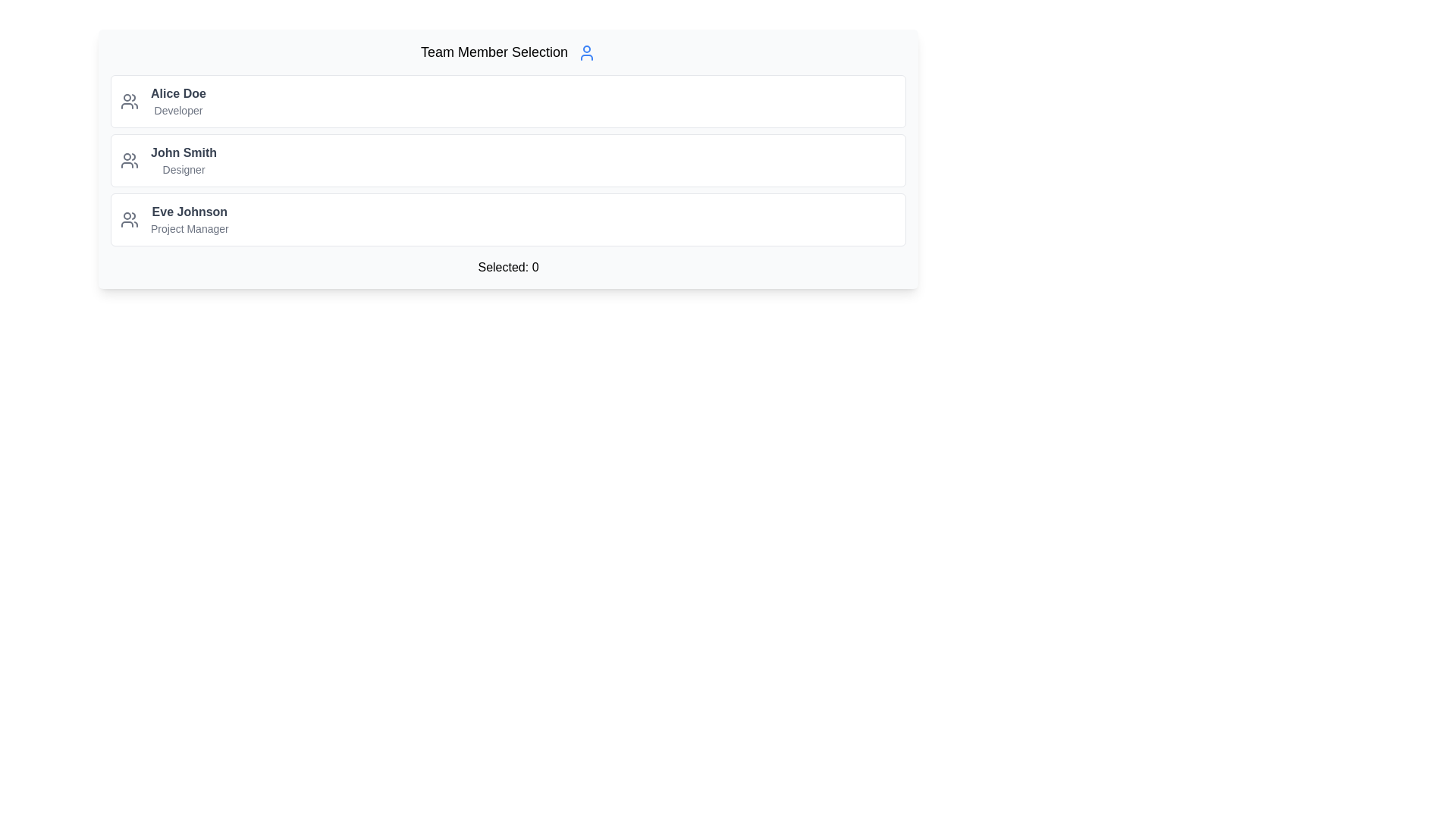 The image size is (1456, 819). Describe the element at coordinates (183, 152) in the screenshot. I see `the name 'John Smith' displayed in bold, dark gray font, which is part of a vertically aligned list and is the second item below 'Alice Doe'` at that location.